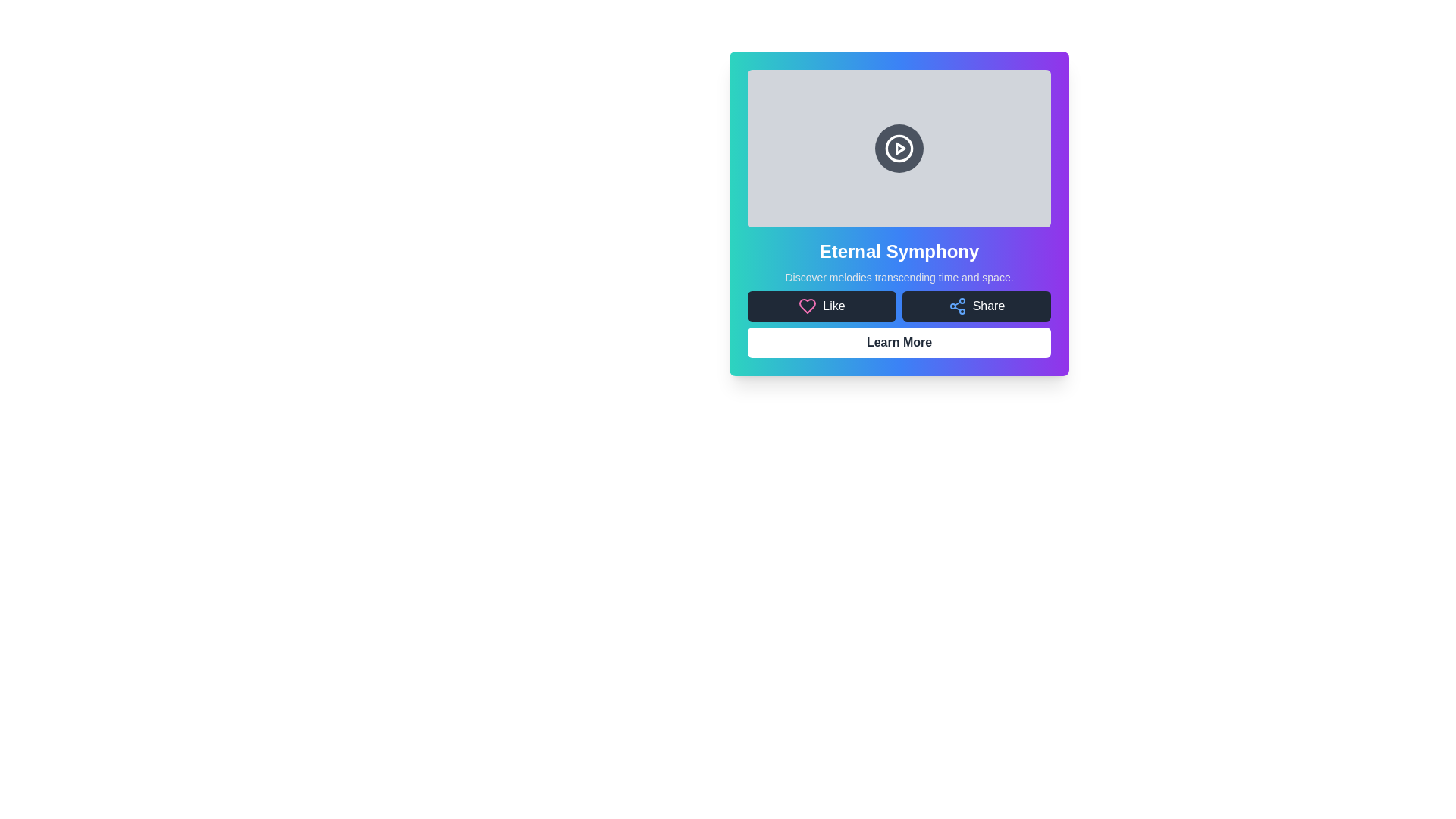 The image size is (1456, 819). Describe the element at coordinates (821, 306) in the screenshot. I see `the 'Like' button, which is a button-like component featuring a pink heart icon and the text 'Like', located below the 'Eternal Symphony' section and to the left of the 'Share' button` at that location.